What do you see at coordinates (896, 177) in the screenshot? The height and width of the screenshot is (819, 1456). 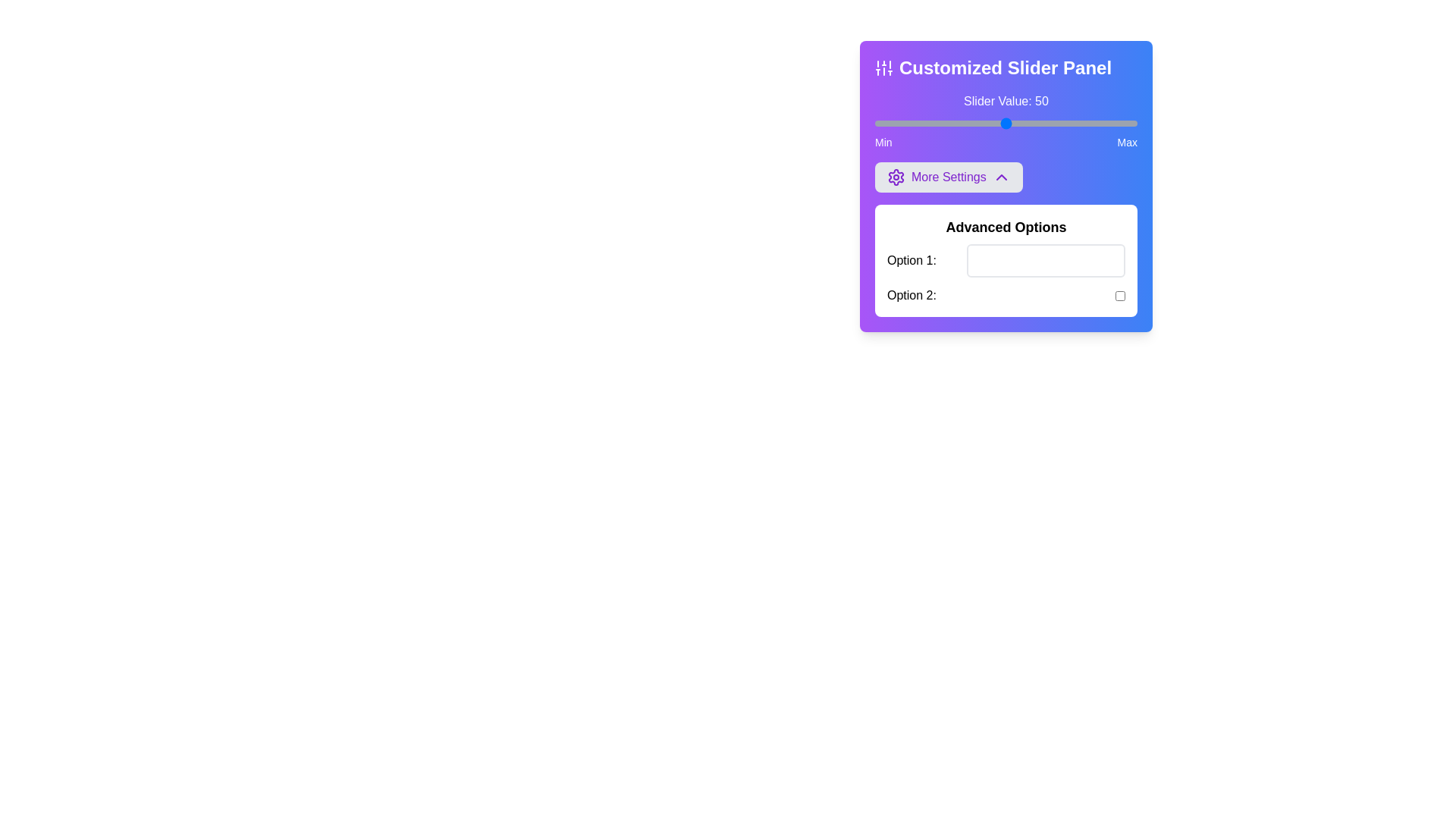 I see `the settings gear icon located on the left side of the 'More Settings' button` at bounding box center [896, 177].